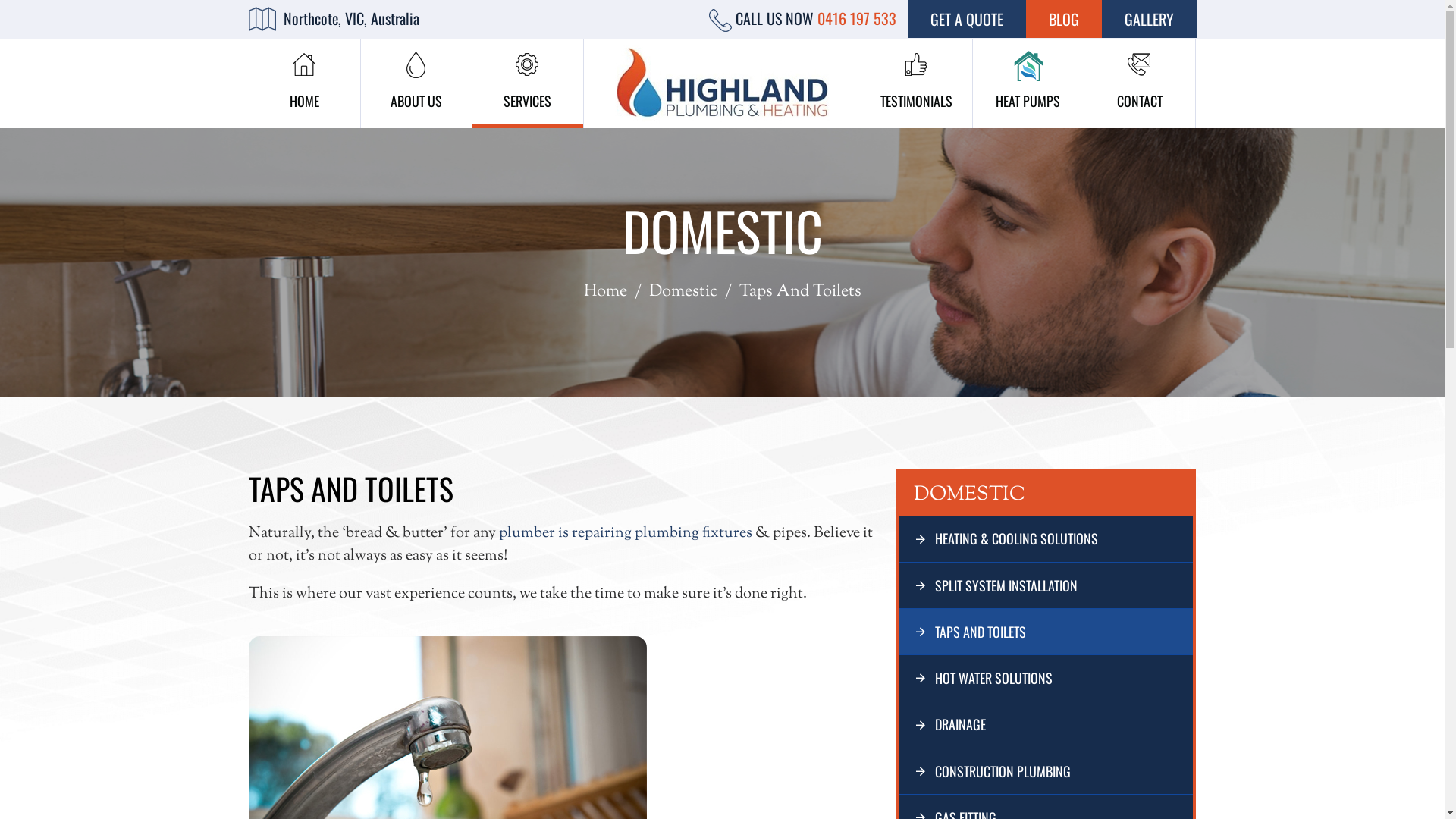 Image resolution: width=1456 pixels, height=819 pixels. What do you see at coordinates (626, 532) in the screenshot?
I see `'plumber is repairing plumbing fixtures'` at bounding box center [626, 532].